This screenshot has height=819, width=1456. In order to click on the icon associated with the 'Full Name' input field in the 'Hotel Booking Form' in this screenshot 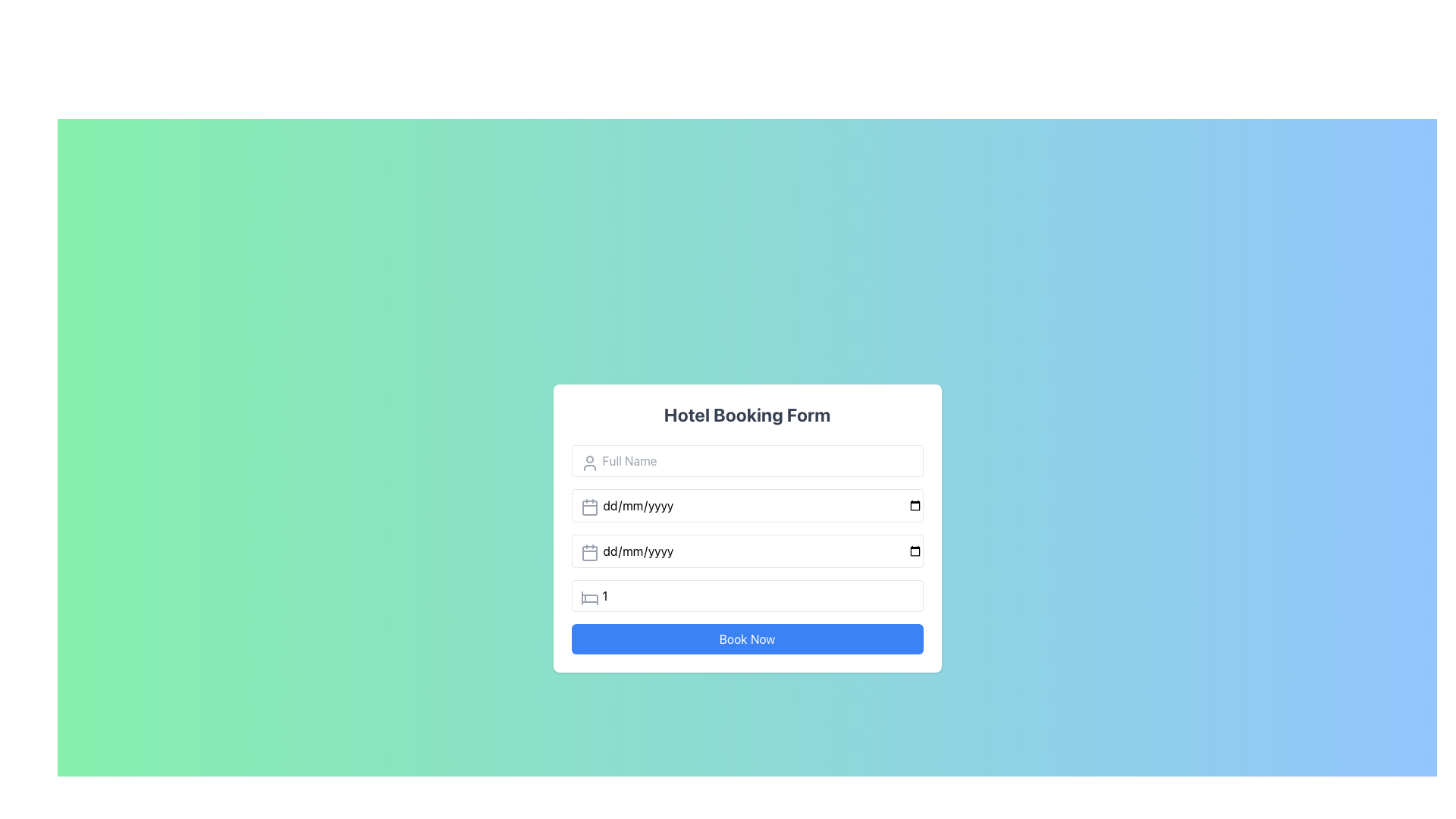, I will do `click(588, 462)`.